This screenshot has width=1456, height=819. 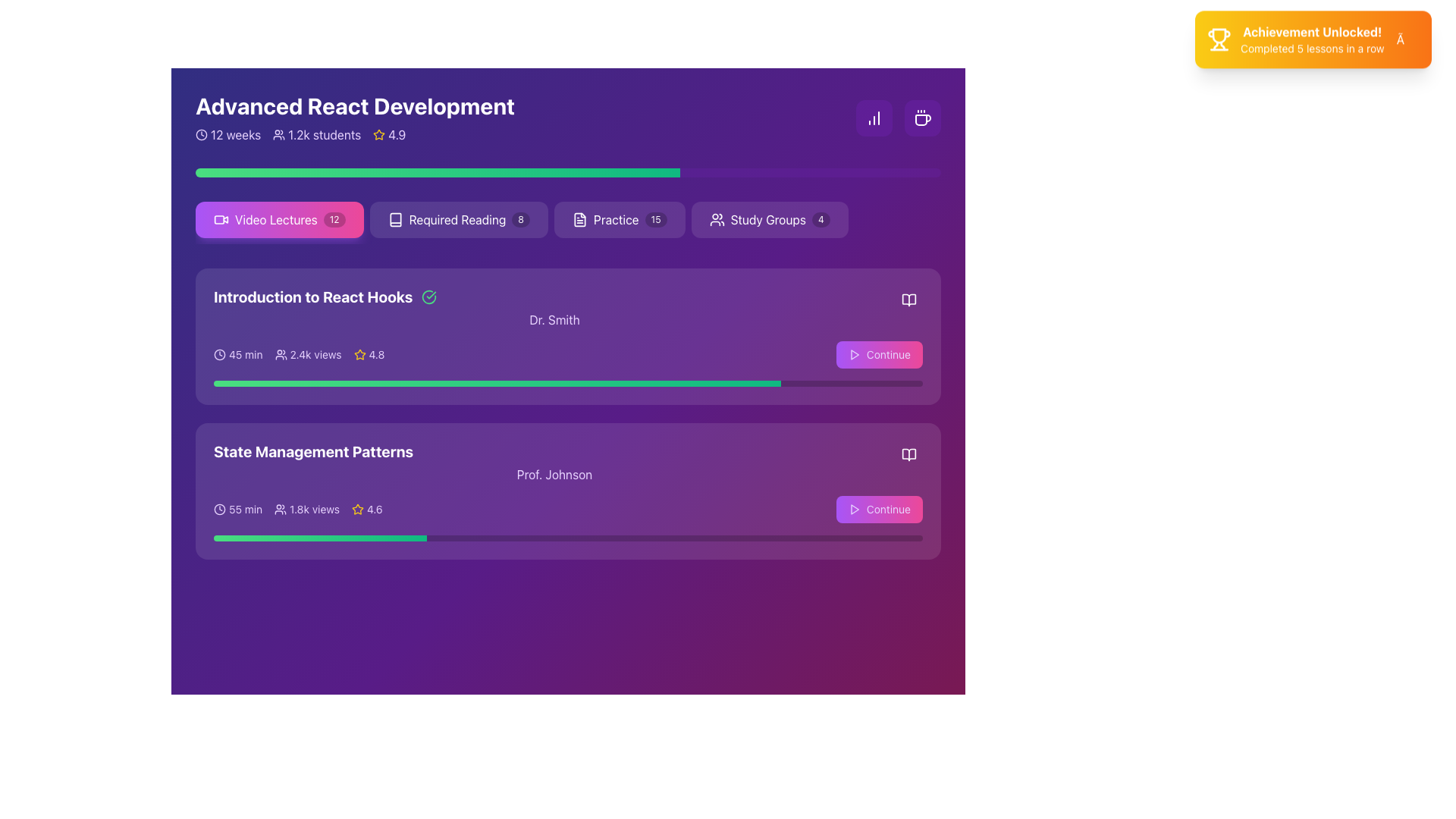 I want to click on the 'reading' or 'open book' icon located at the top right of the 'Introduction to React Hooks' course block, so click(x=909, y=300).